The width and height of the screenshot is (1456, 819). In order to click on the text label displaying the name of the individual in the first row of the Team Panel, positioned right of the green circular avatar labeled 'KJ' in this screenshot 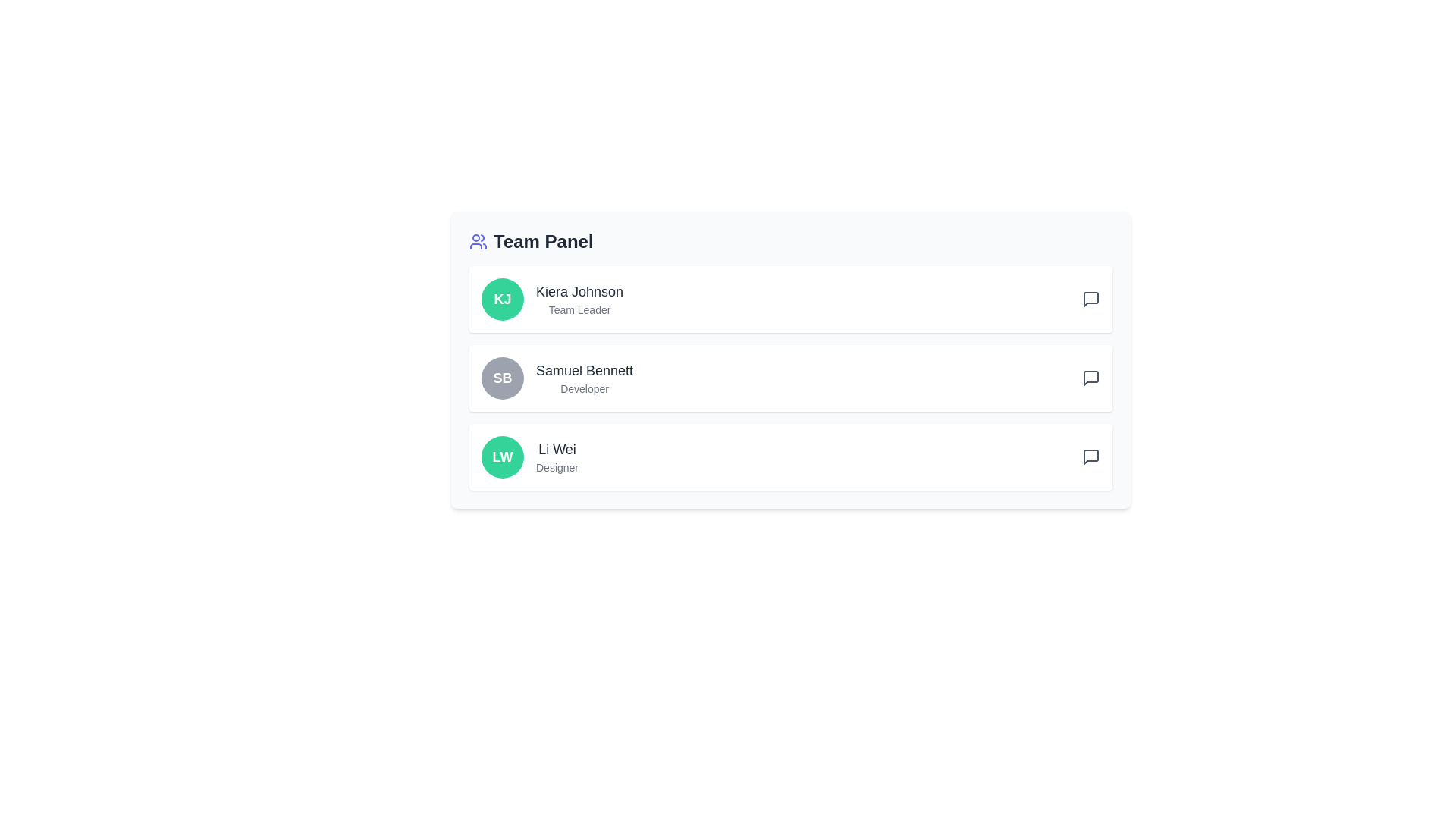, I will do `click(579, 292)`.